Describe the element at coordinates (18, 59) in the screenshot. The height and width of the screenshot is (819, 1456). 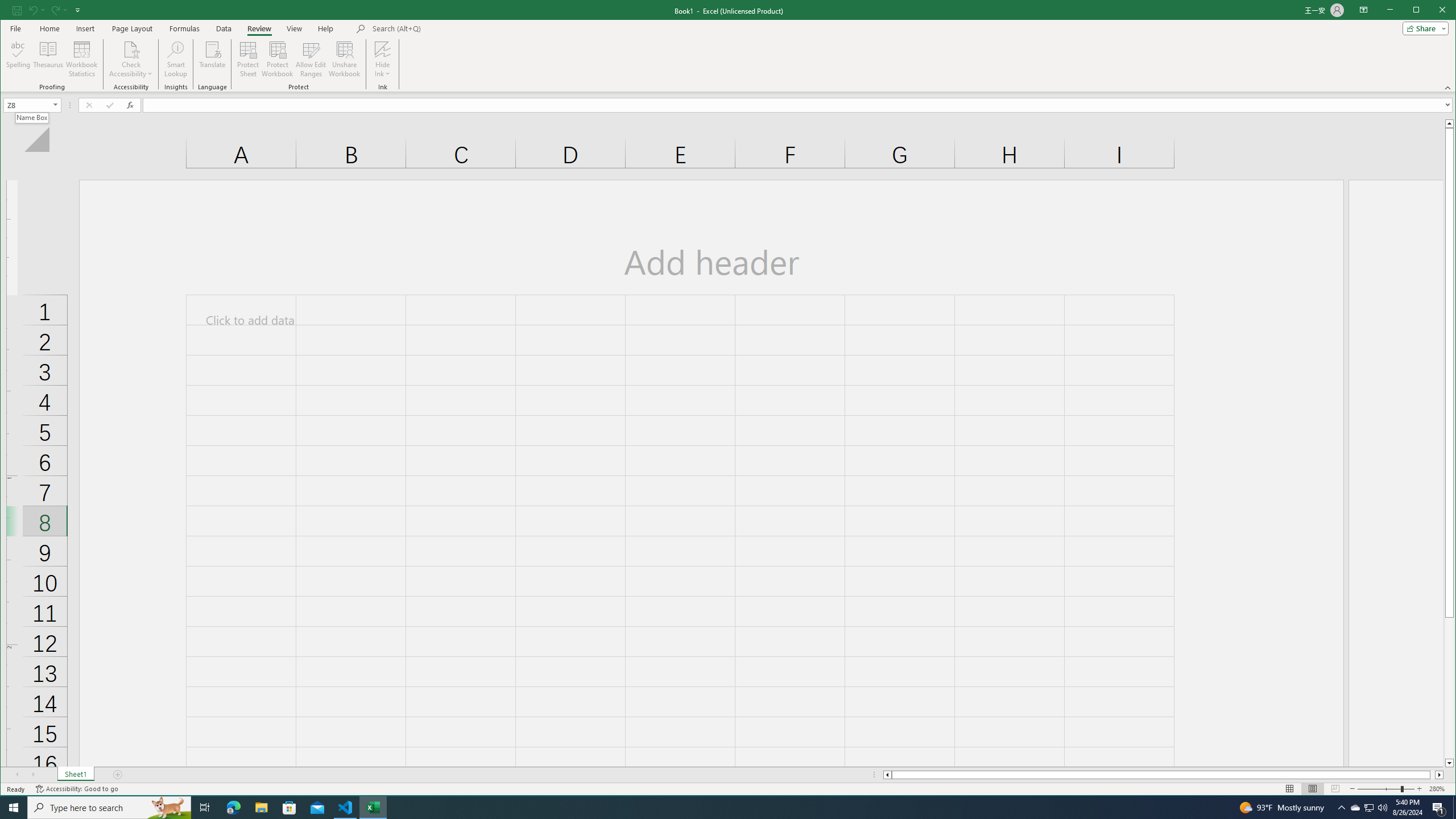
I see `'Spelling...'` at that location.